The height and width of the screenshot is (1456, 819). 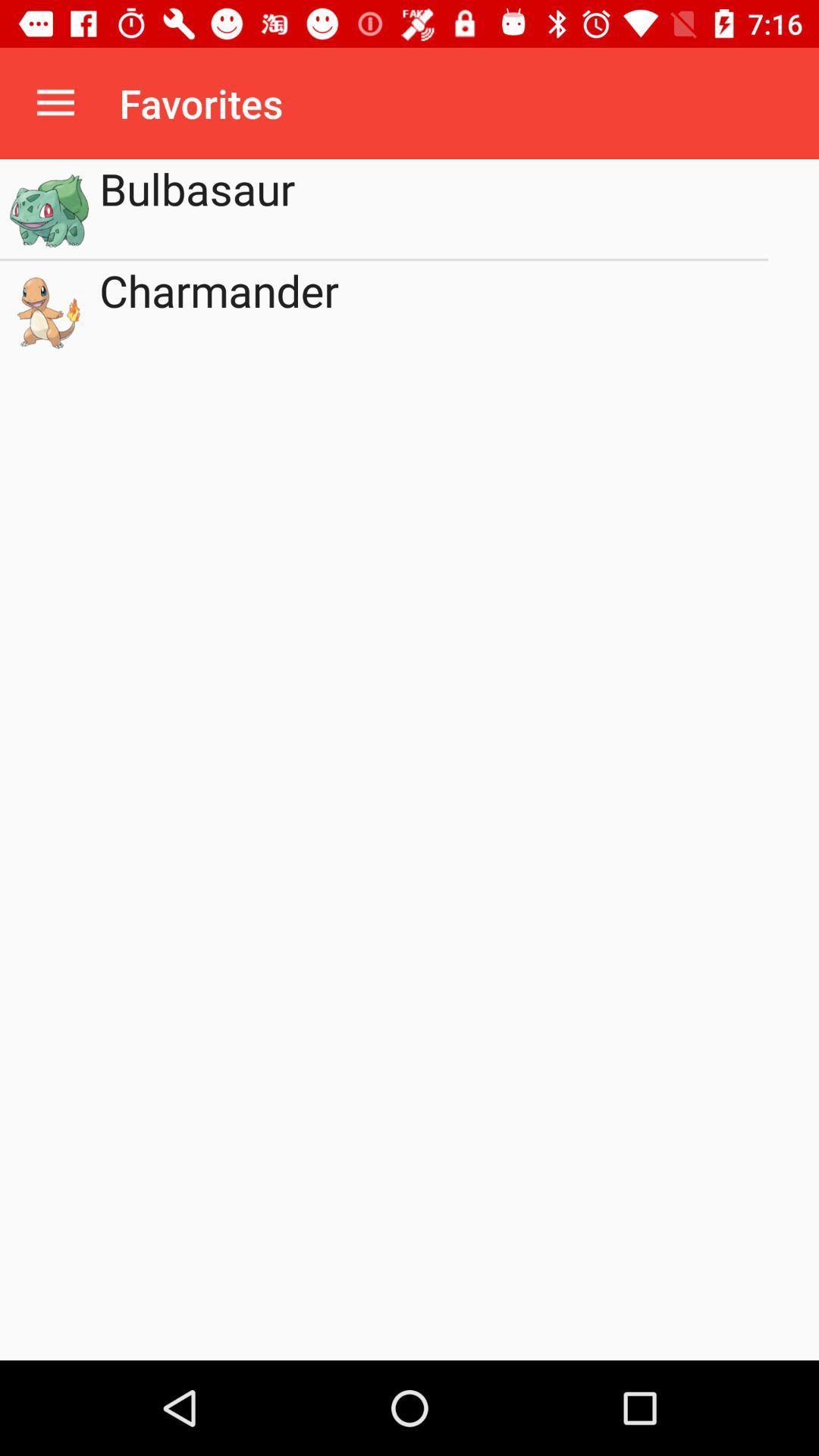 What do you see at coordinates (434, 208) in the screenshot?
I see `the bulbasaur item` at bounding box center [434, 208].